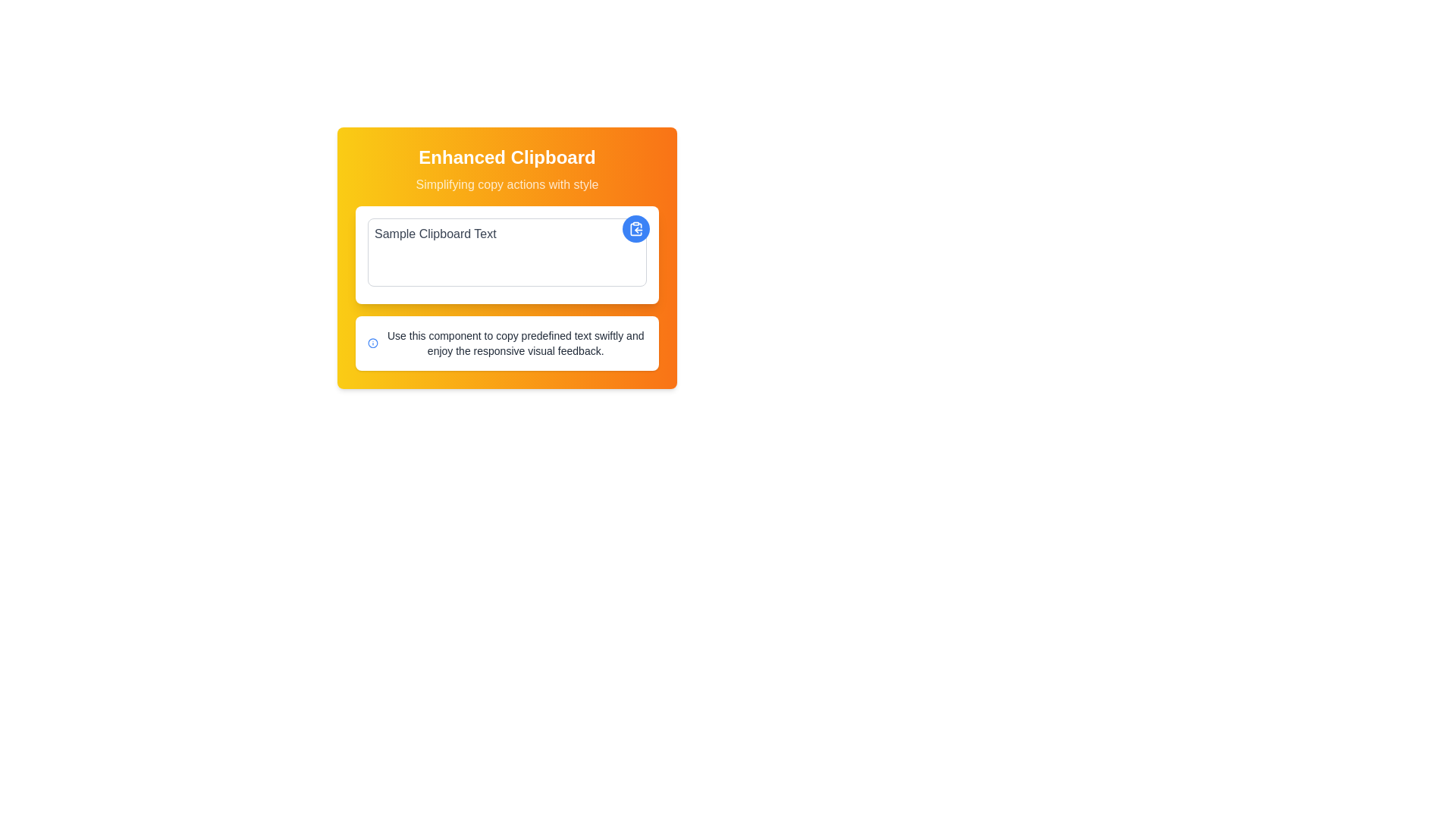  Describe the element at coordinates (507, 184) in the screenshot. I see `the Text Label that provides supportive context to the main title 'Enhanced Clipboard', located directly beneath it and centered horizontally within the interface` at that location.